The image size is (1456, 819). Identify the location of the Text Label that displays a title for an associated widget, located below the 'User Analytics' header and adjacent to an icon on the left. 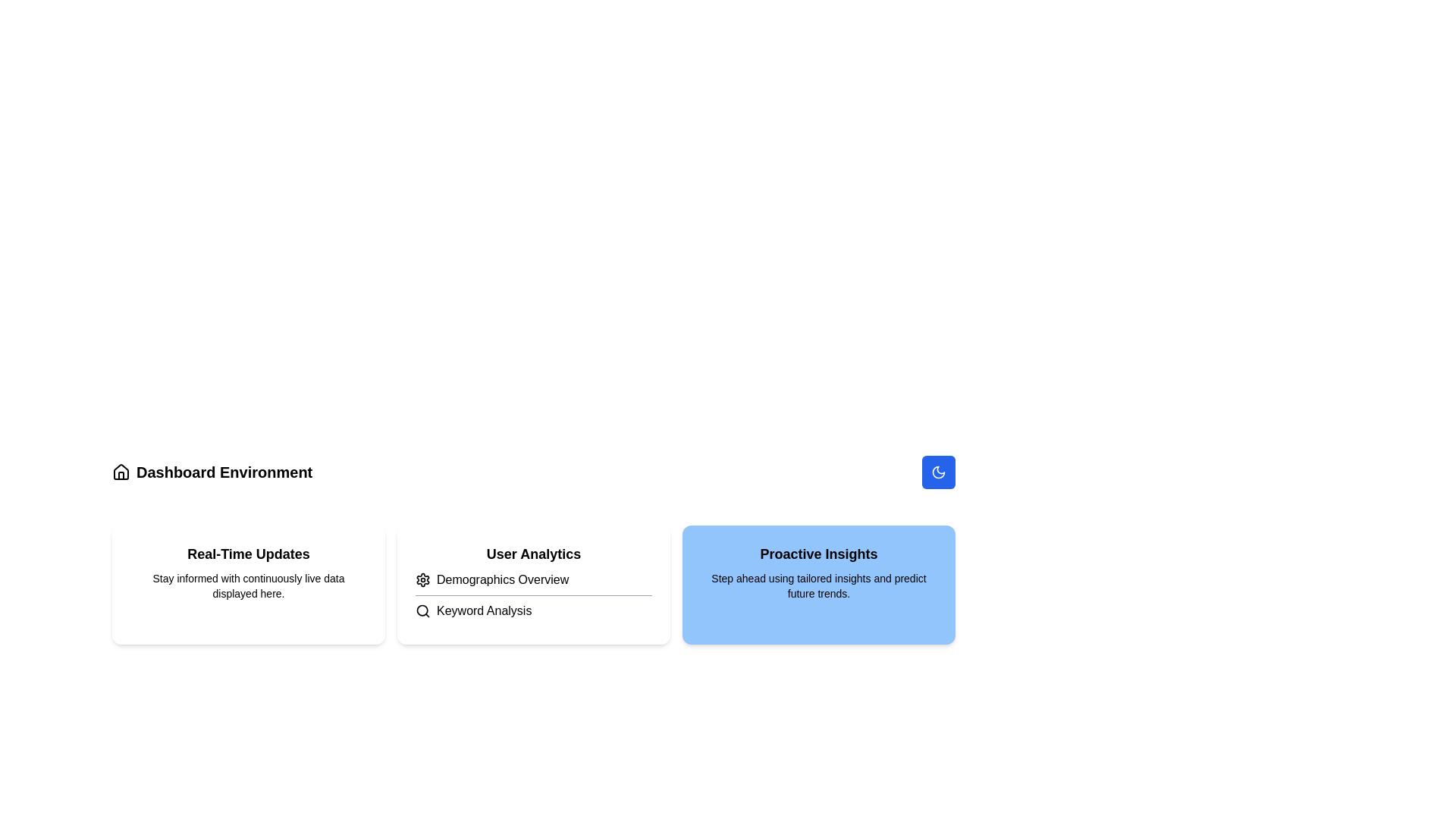
(503, 579).